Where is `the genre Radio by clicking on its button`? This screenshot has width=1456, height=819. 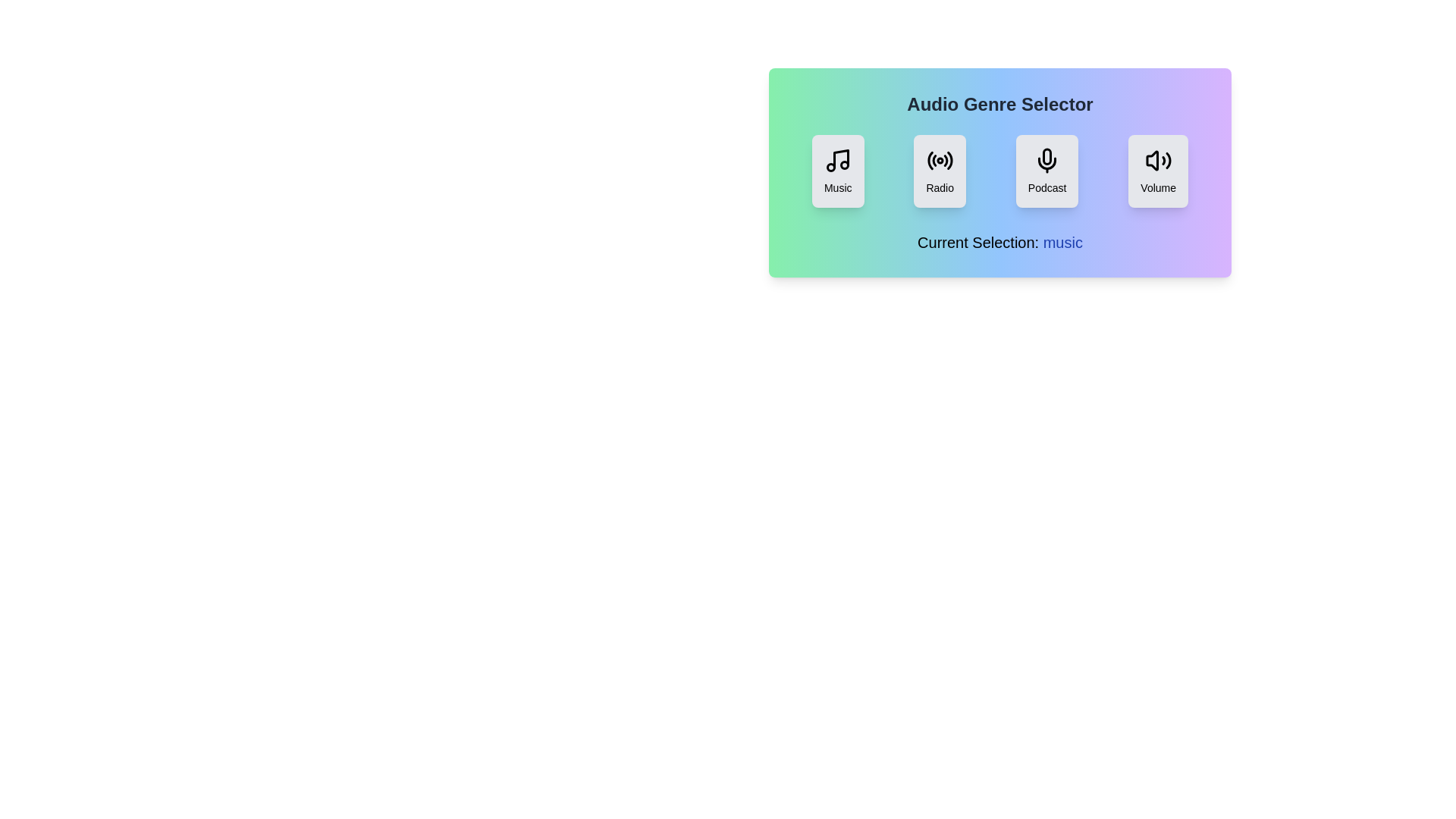
the genre Radio by clicking on its button is located at coordinates (938, 171).